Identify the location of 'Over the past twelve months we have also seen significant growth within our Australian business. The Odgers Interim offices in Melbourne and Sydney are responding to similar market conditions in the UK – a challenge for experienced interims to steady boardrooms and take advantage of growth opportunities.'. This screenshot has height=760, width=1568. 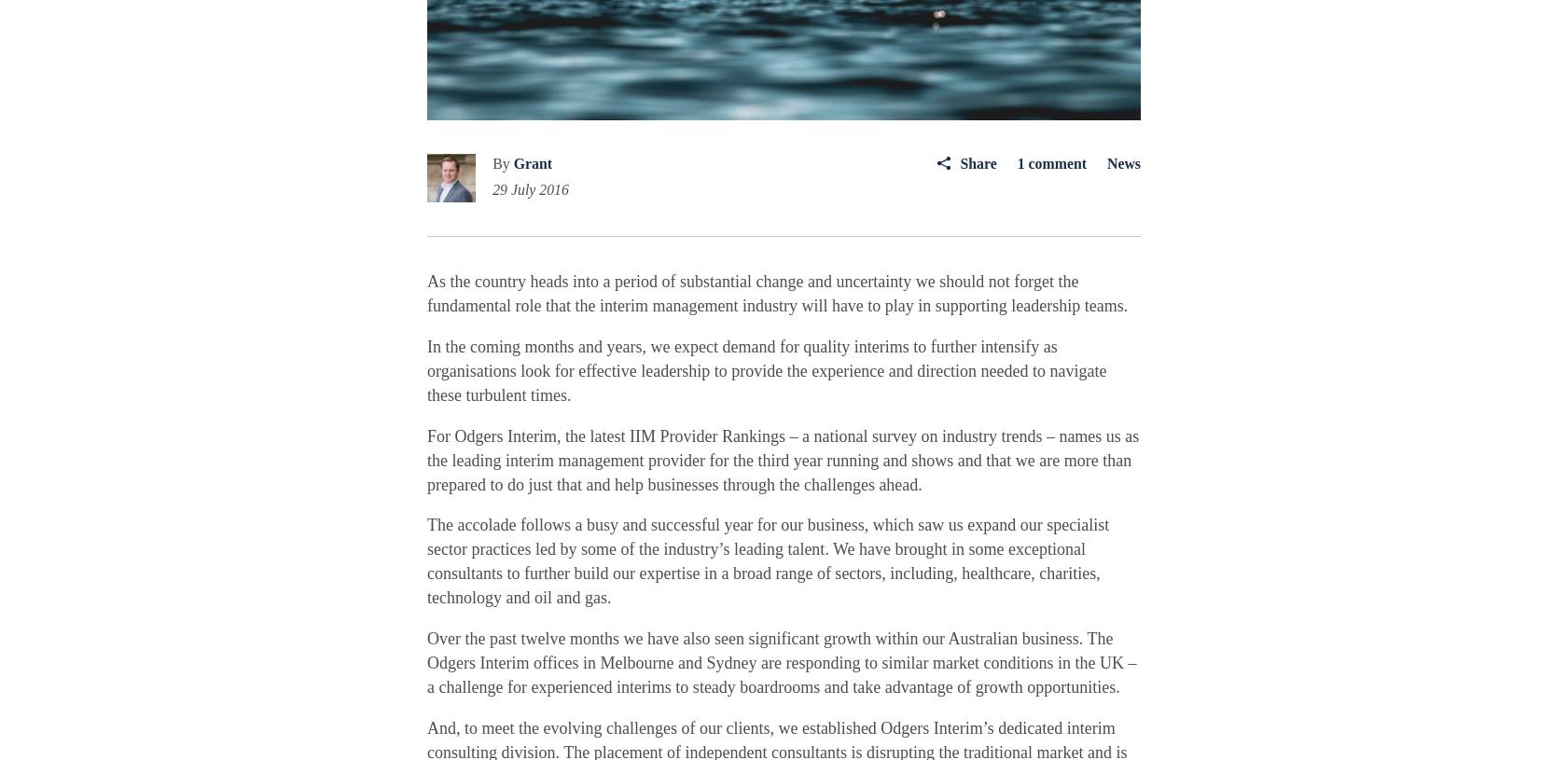
(780, 662).